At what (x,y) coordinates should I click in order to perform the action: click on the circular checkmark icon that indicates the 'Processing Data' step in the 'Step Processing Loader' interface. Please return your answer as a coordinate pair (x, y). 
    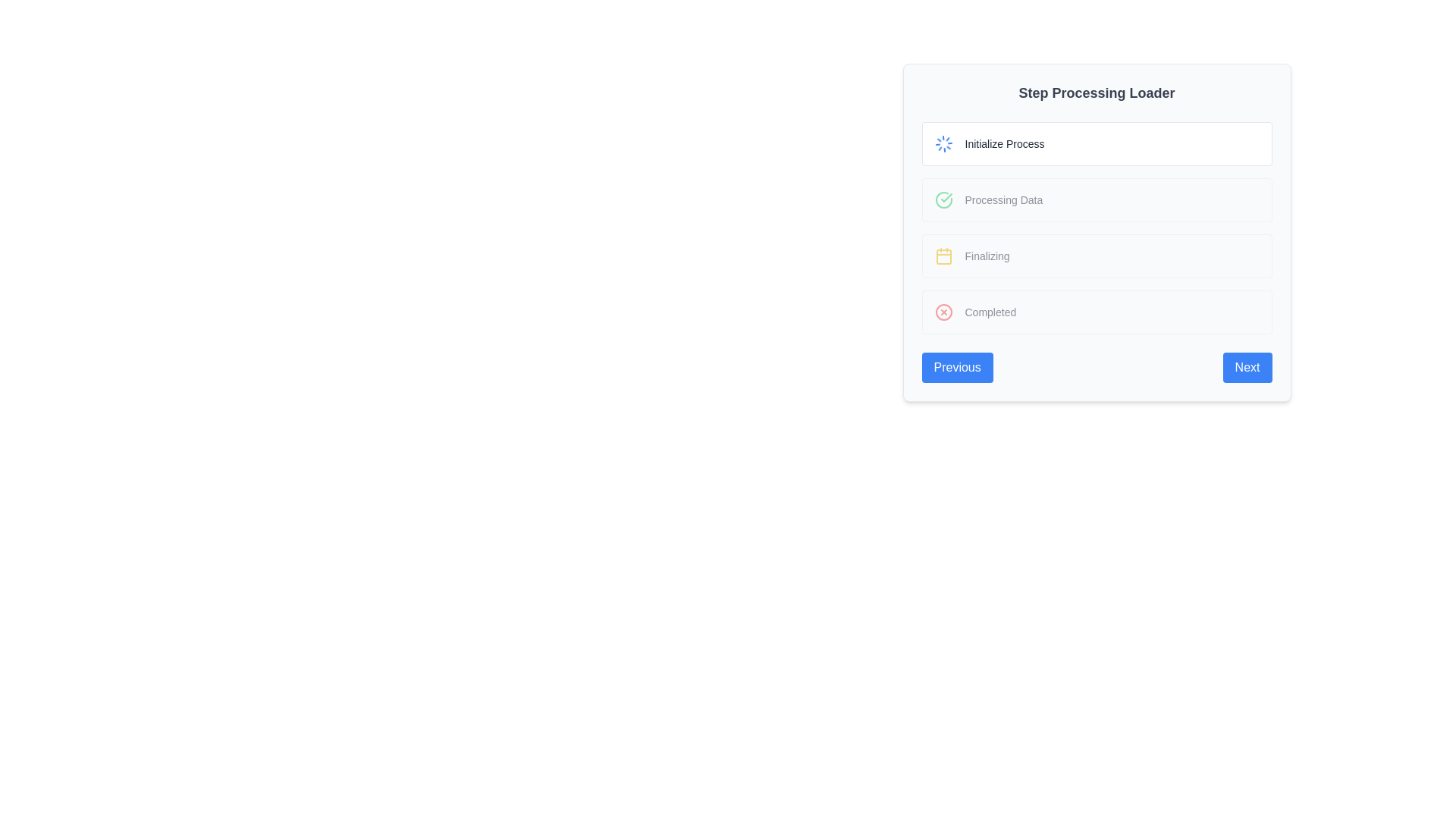
    Looking at the image, I should click on (943, 199).